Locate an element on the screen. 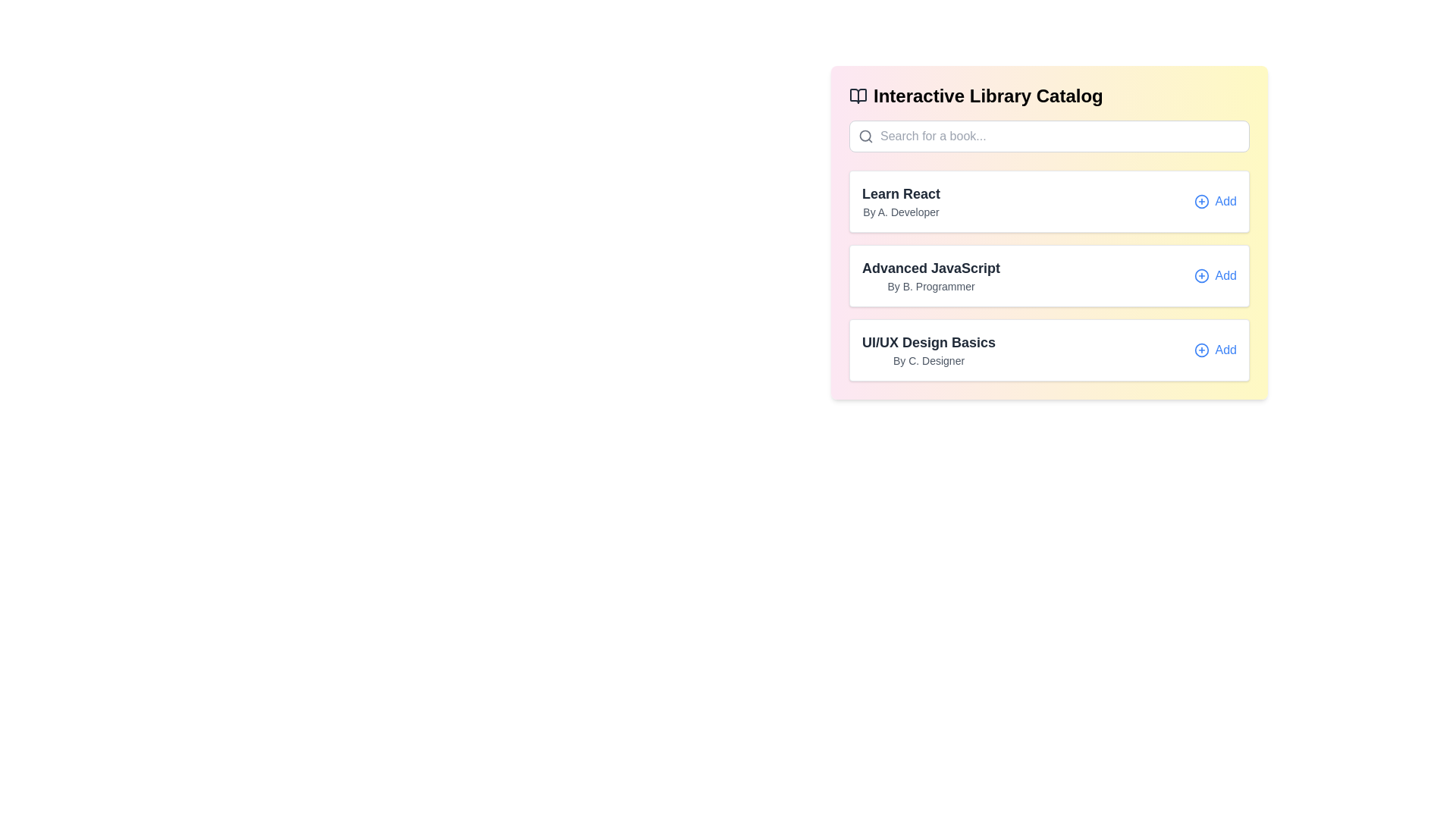 Image resolution: width=1456 pixels, height=819 pixels. title and author information from the second card in the Interactive Library Catalog, which is located below the 'Learn React' card and above the 'UI/UX Design Basics' card is located at coordinates (1048, 275).